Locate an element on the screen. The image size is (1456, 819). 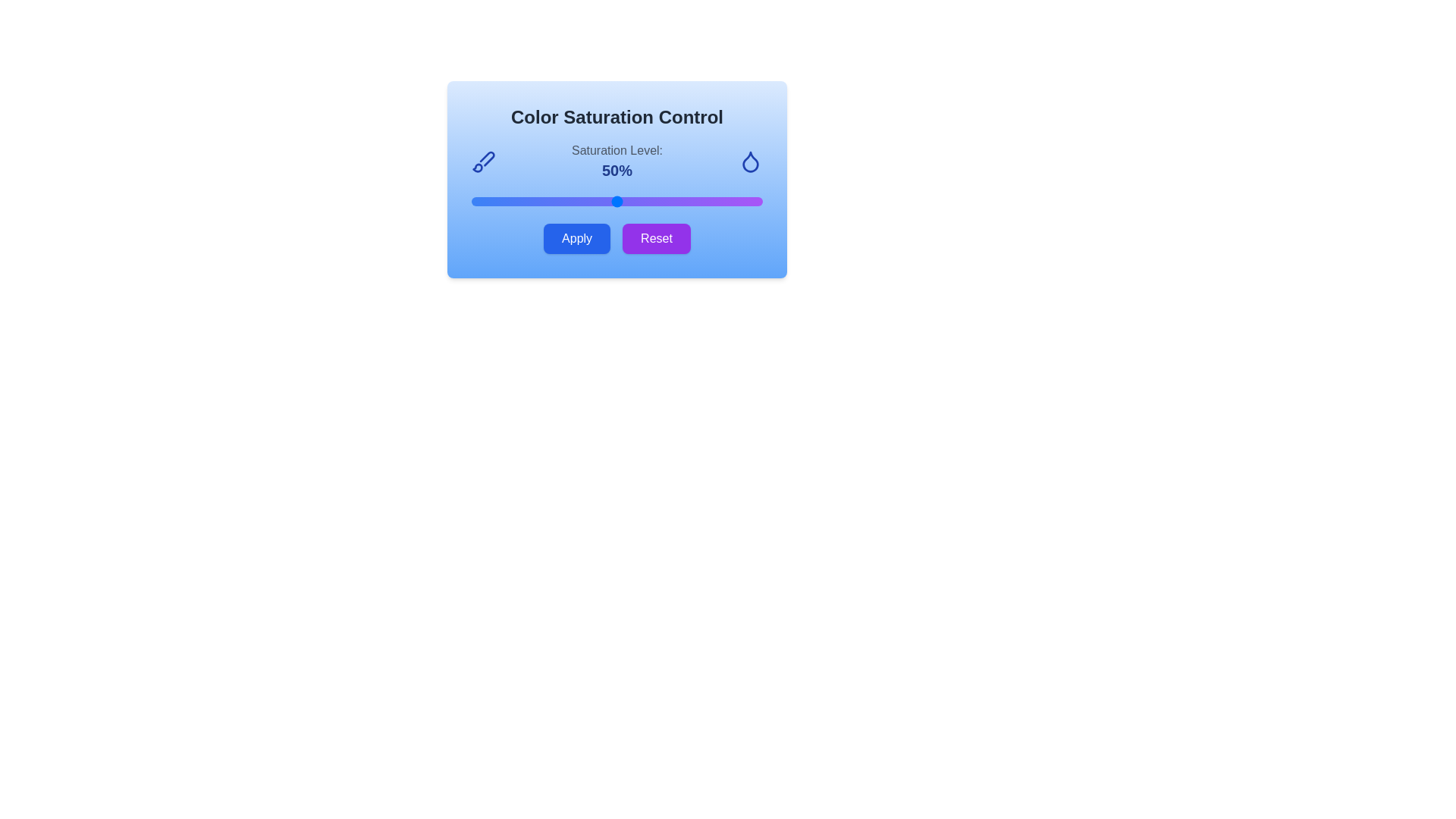
the 'Apply' button to apply the changes is located at coordinates (576, 239).